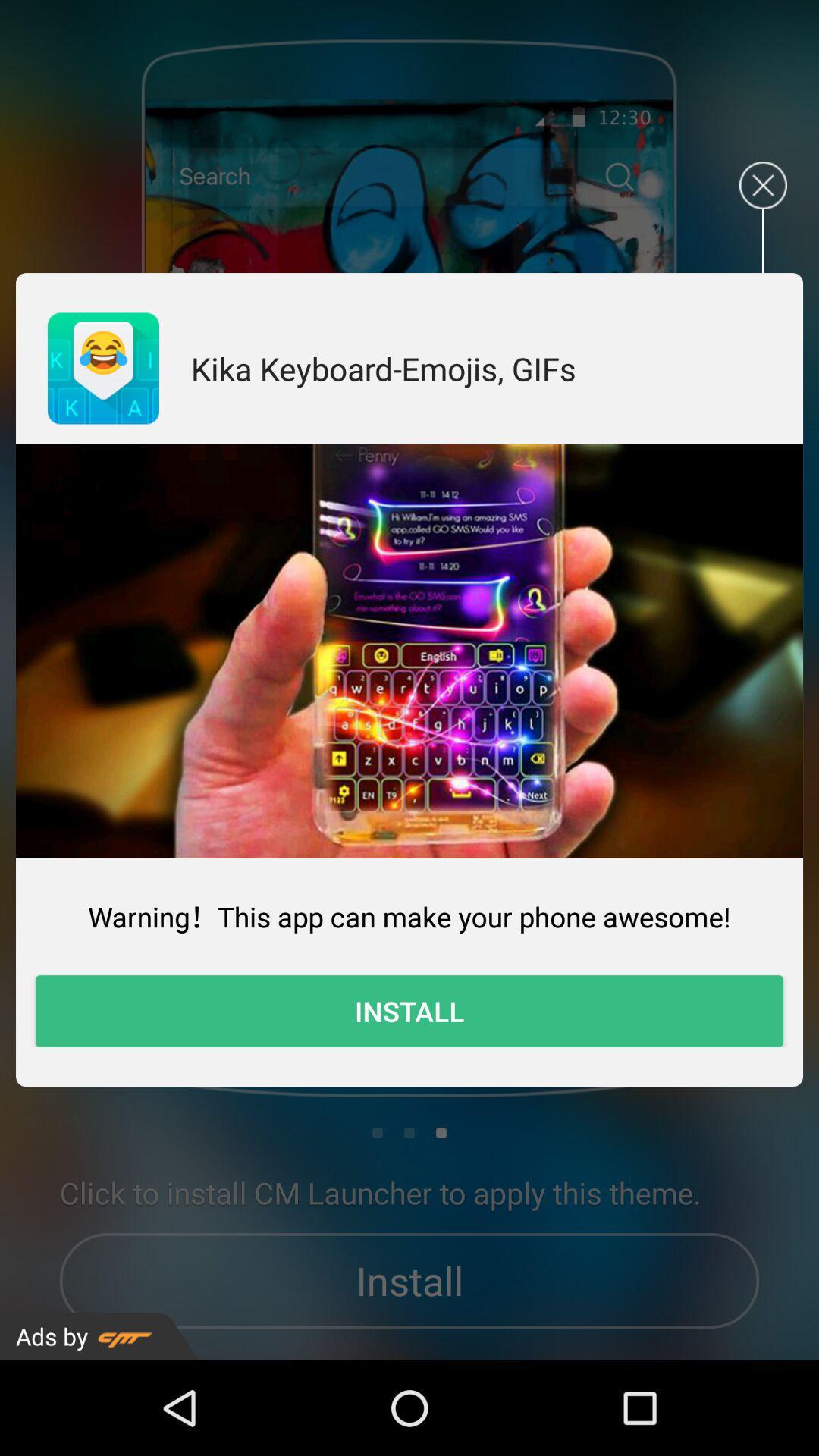 This screenshot has height=1456, width=819. Describe the element at coordinates (409, 1011) in the screenshot. I see `the install` at that location.